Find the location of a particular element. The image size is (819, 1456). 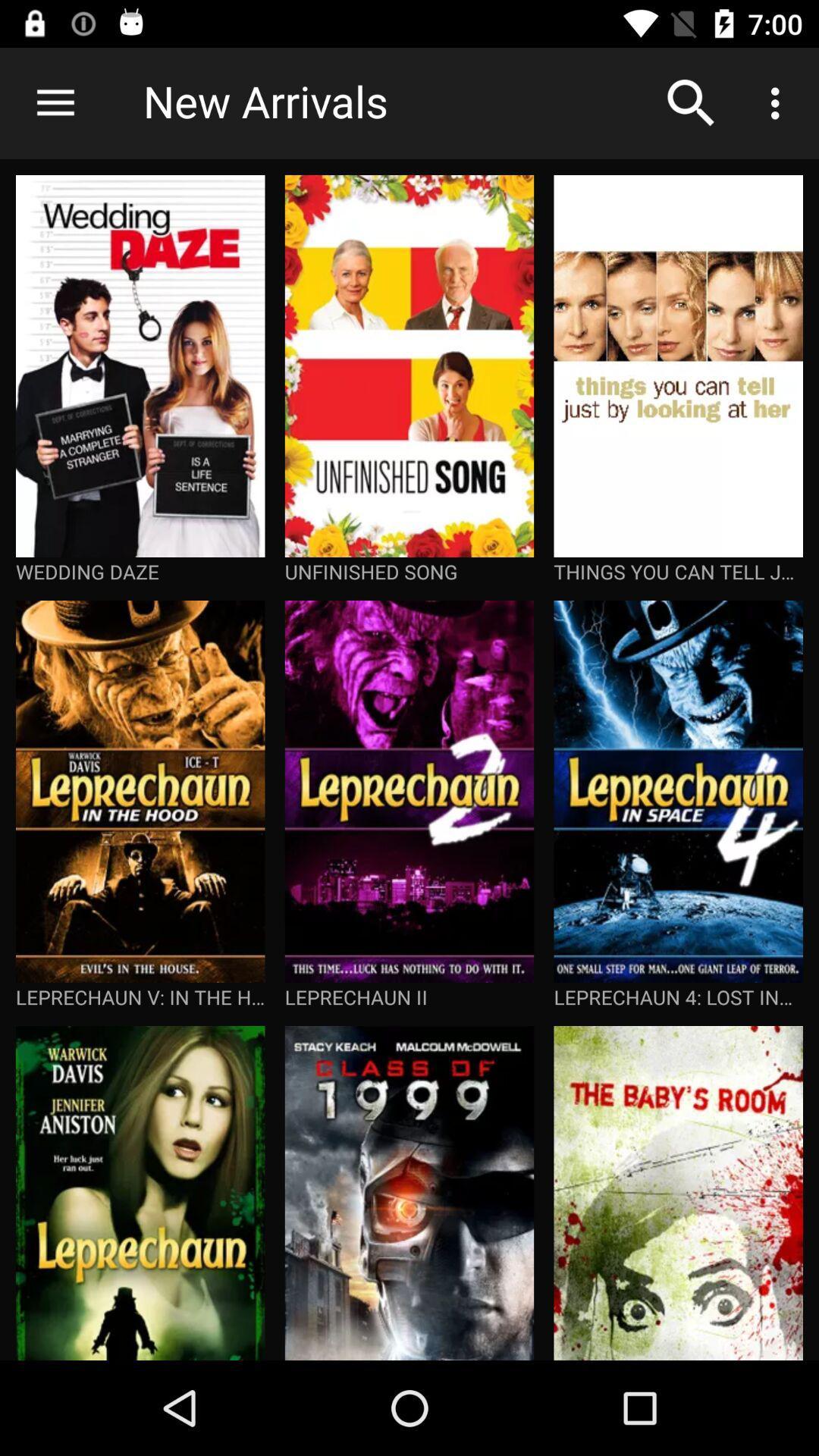

the avatar icon is located at coordinates (236, 379).